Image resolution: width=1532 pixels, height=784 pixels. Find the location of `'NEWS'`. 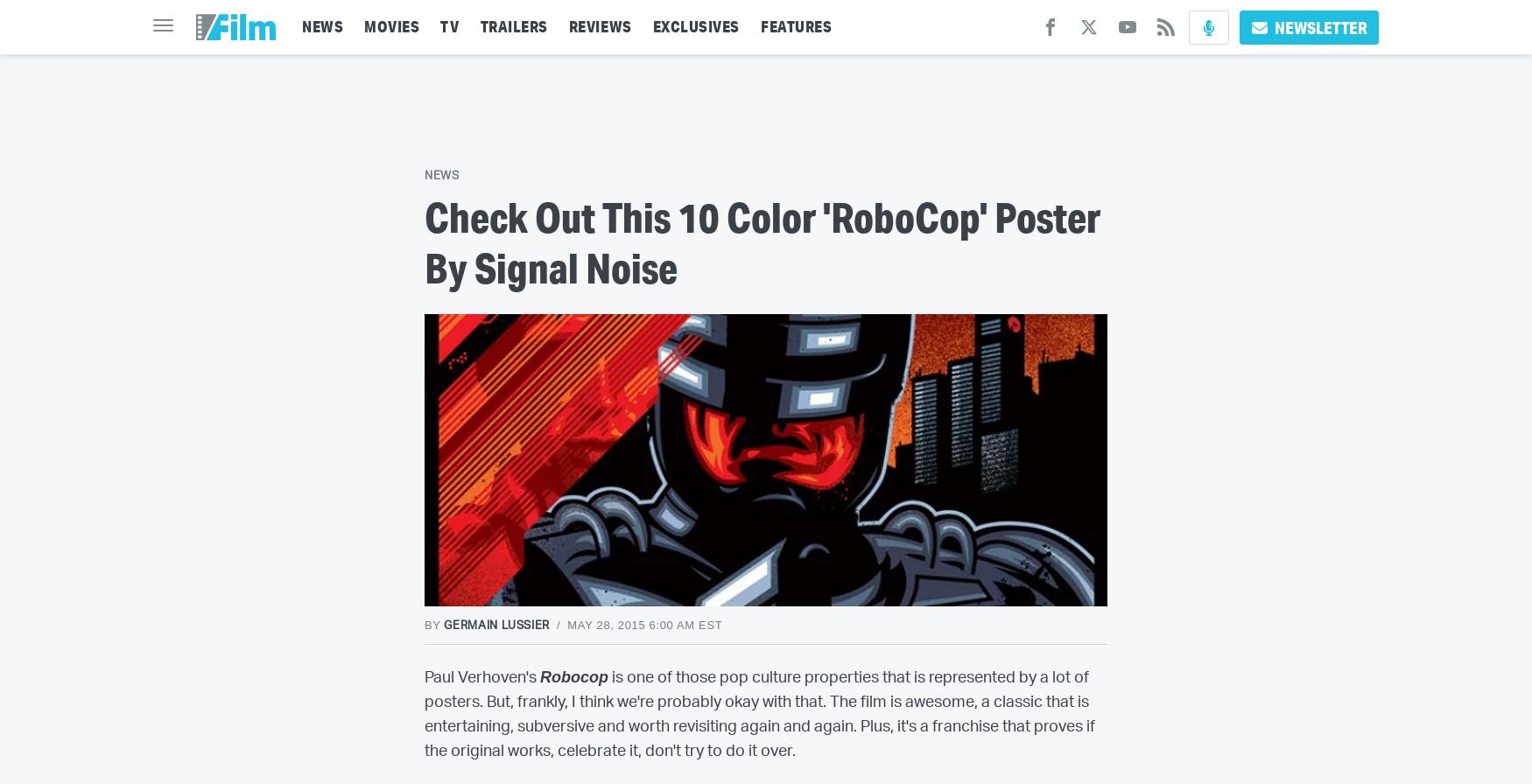

'NEWS' is located at coordinates (301, 26).